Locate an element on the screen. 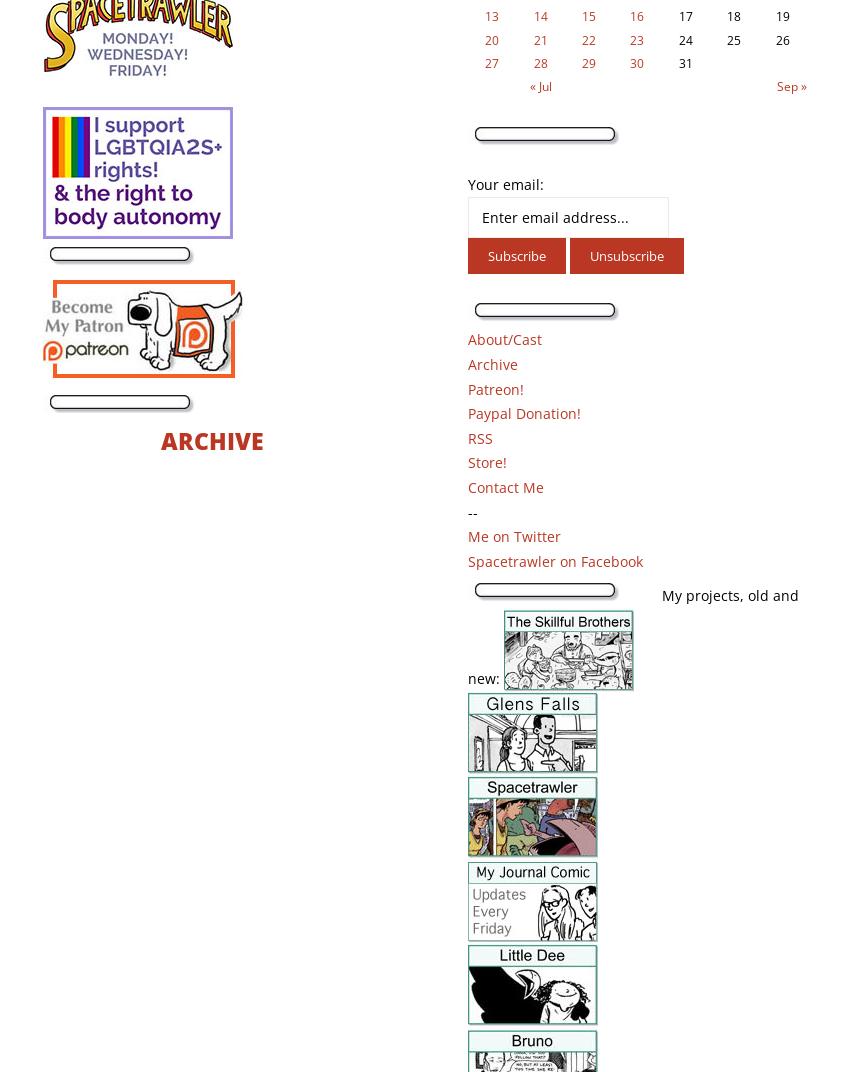 The image size is (850, 1072). '20' is located at coordinates (491, 38).